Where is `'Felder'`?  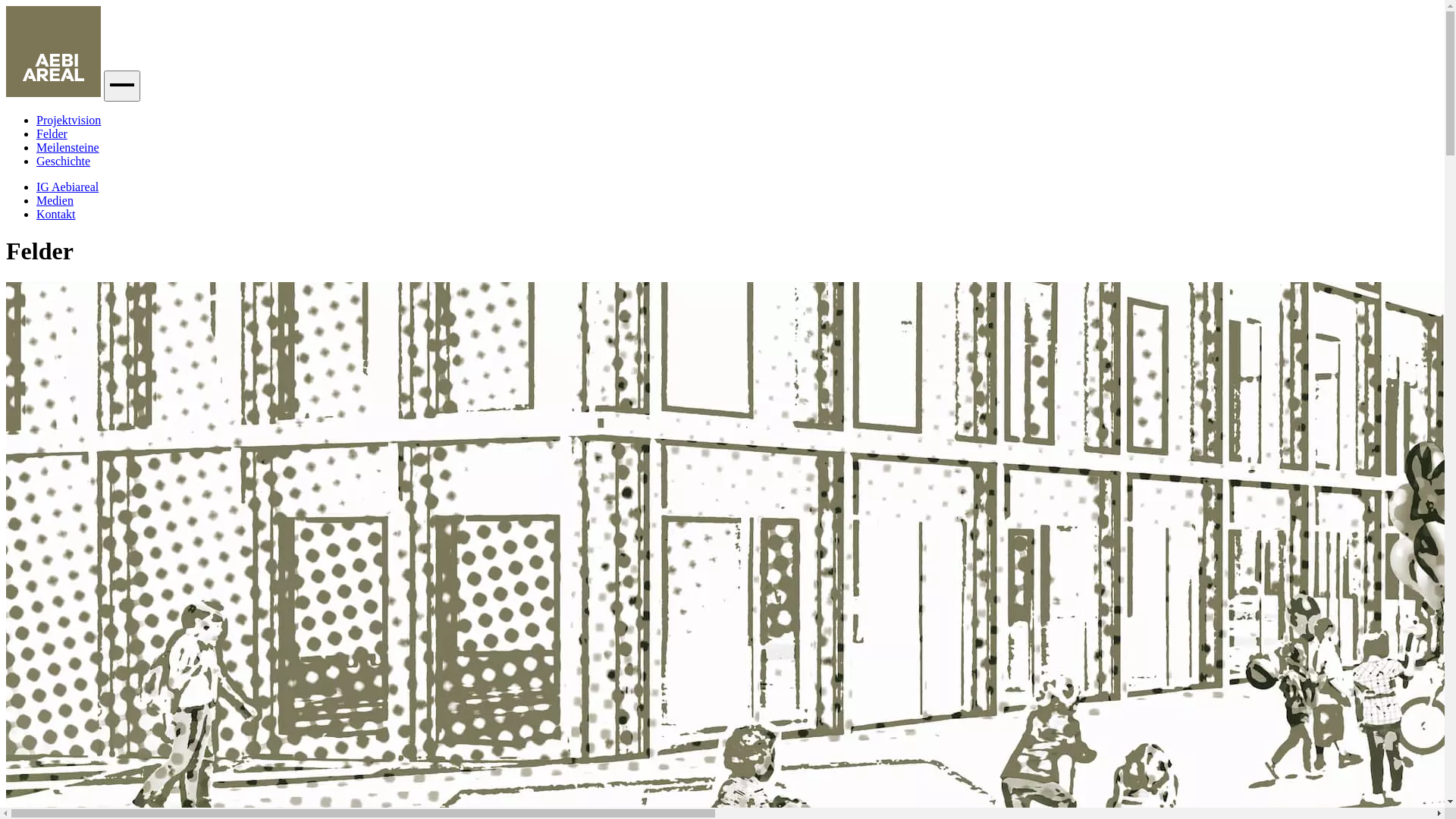
'Felder' is located at coordinates (52, 133).